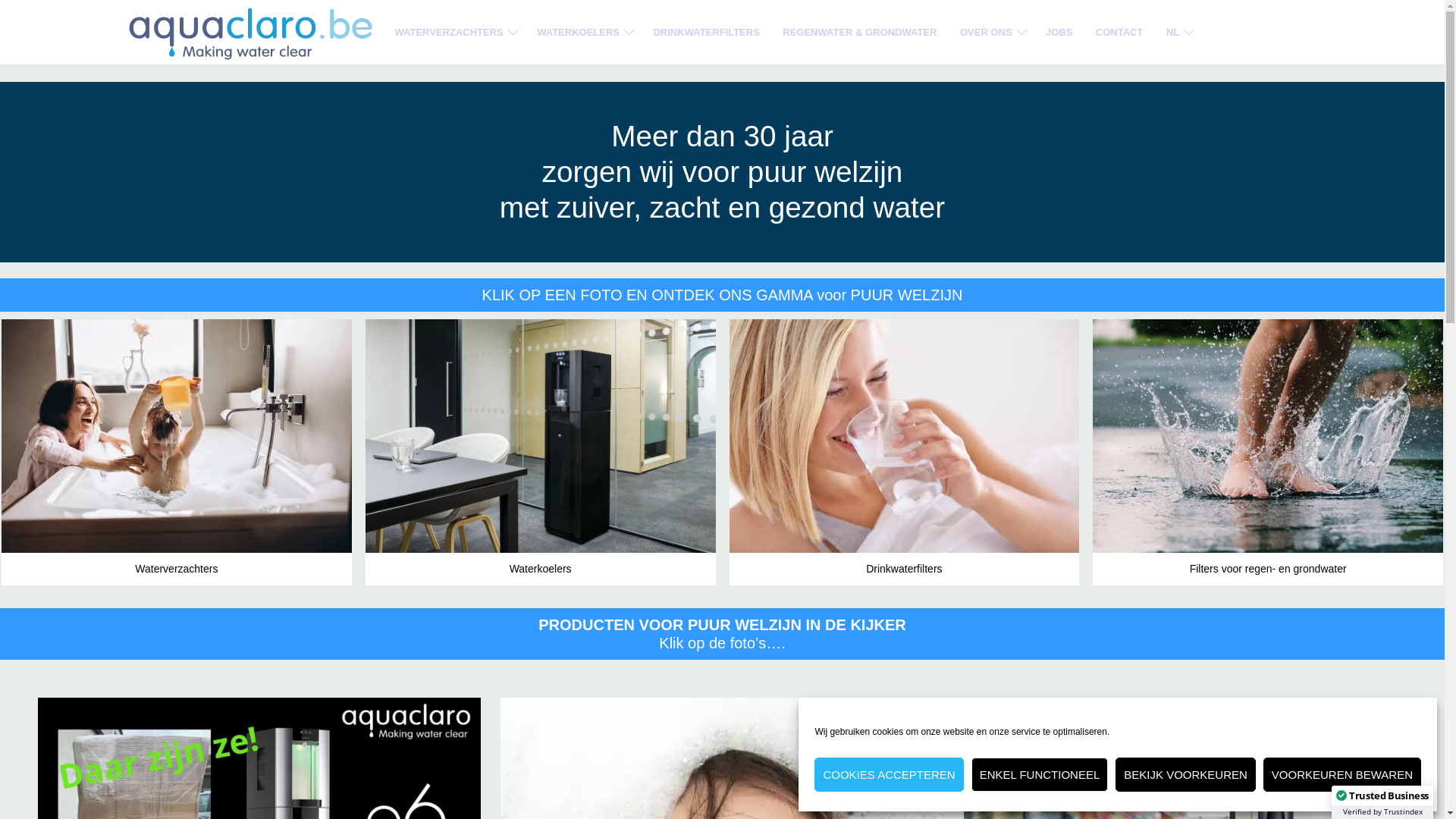  I want to click on 'REGENWATER & GRONDWATER', so click(859, 32).